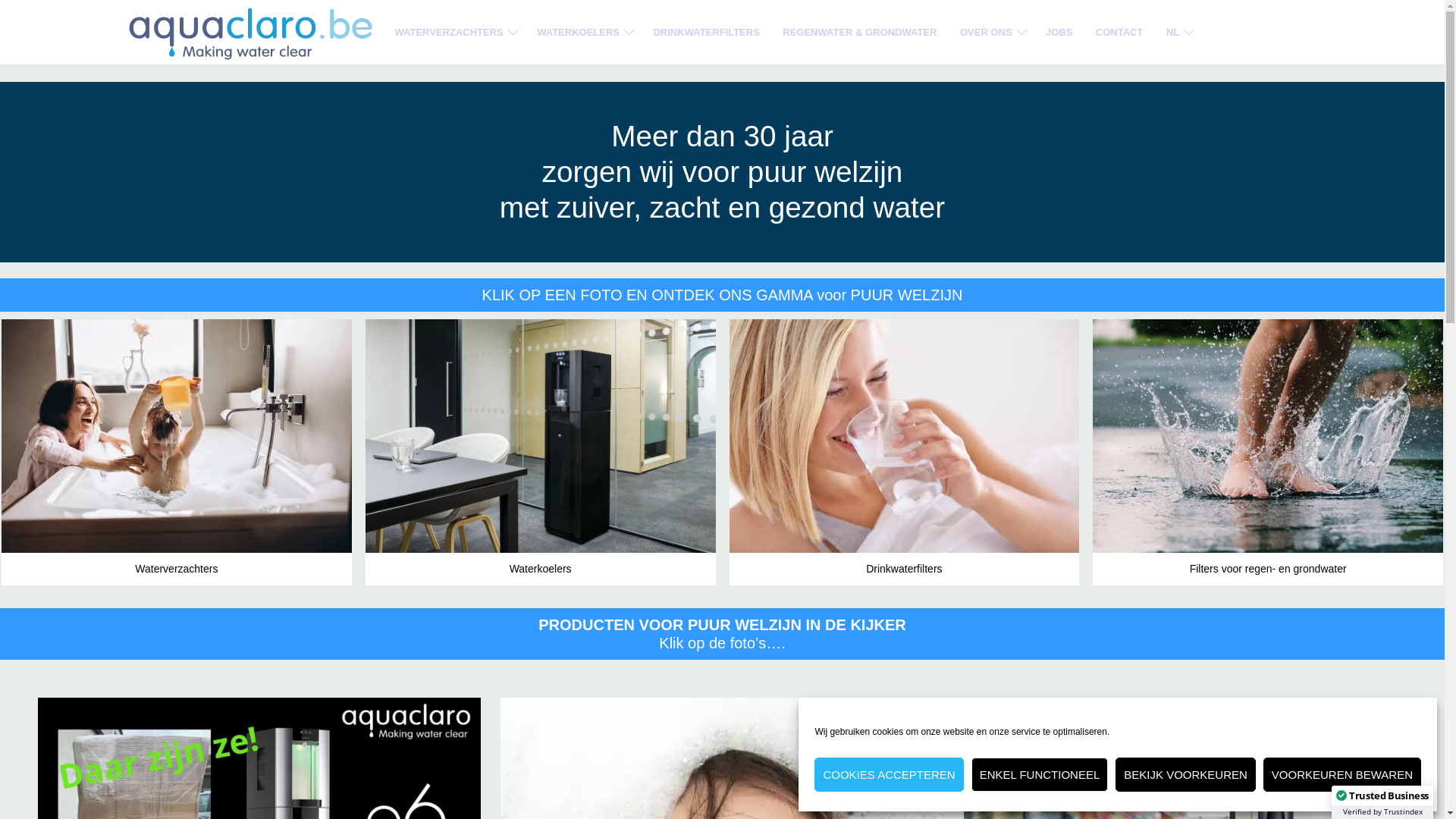  I want to click on 'REGENWATER & GRONDWATER', so click(859, 32).